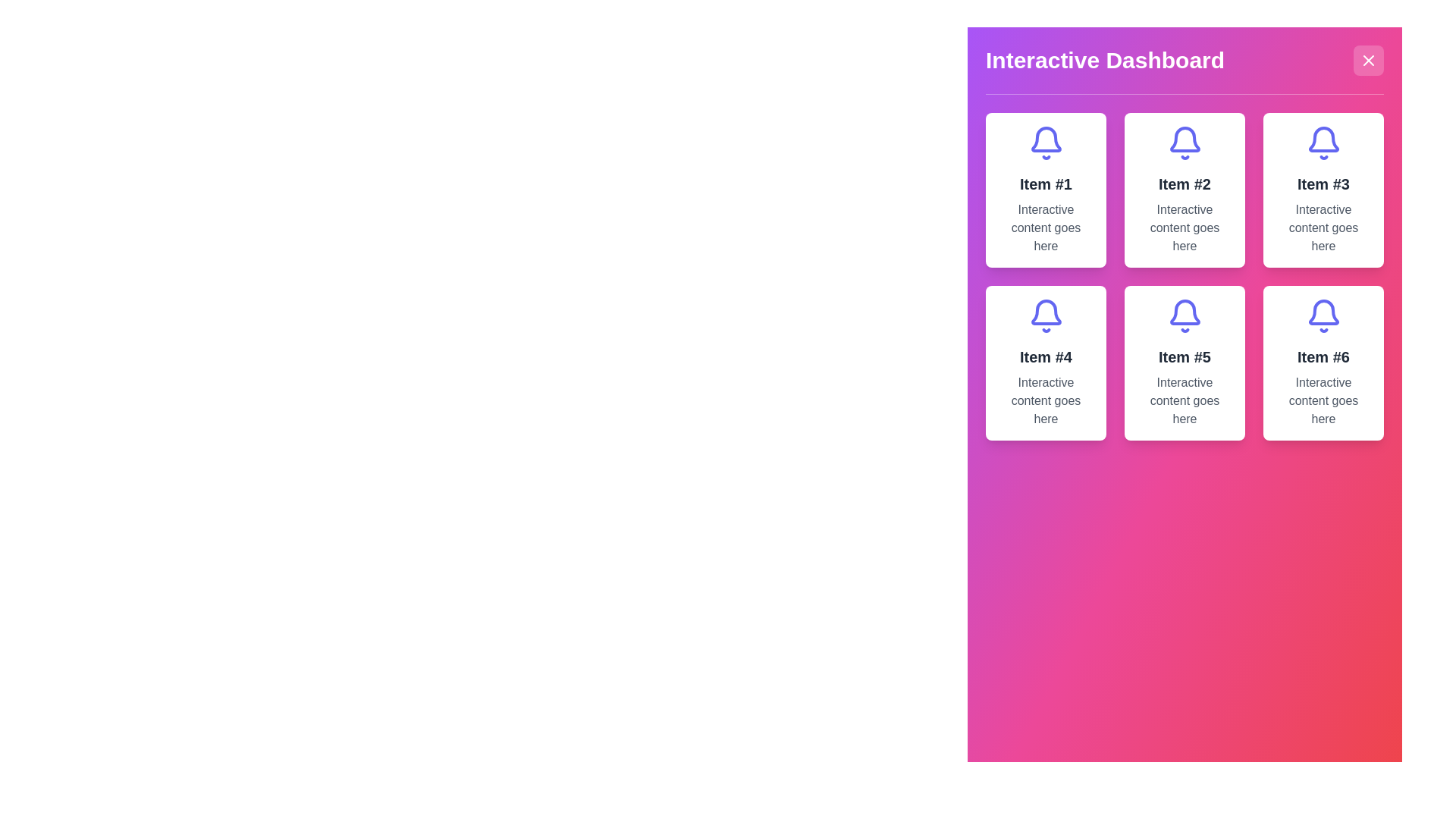 The width and height of the screenshot is (1456, 819). I want to click on the fourth card in the grid layout, which features a blue bell icon and text 'Item #4' with interactive content, so click(1045, 362).